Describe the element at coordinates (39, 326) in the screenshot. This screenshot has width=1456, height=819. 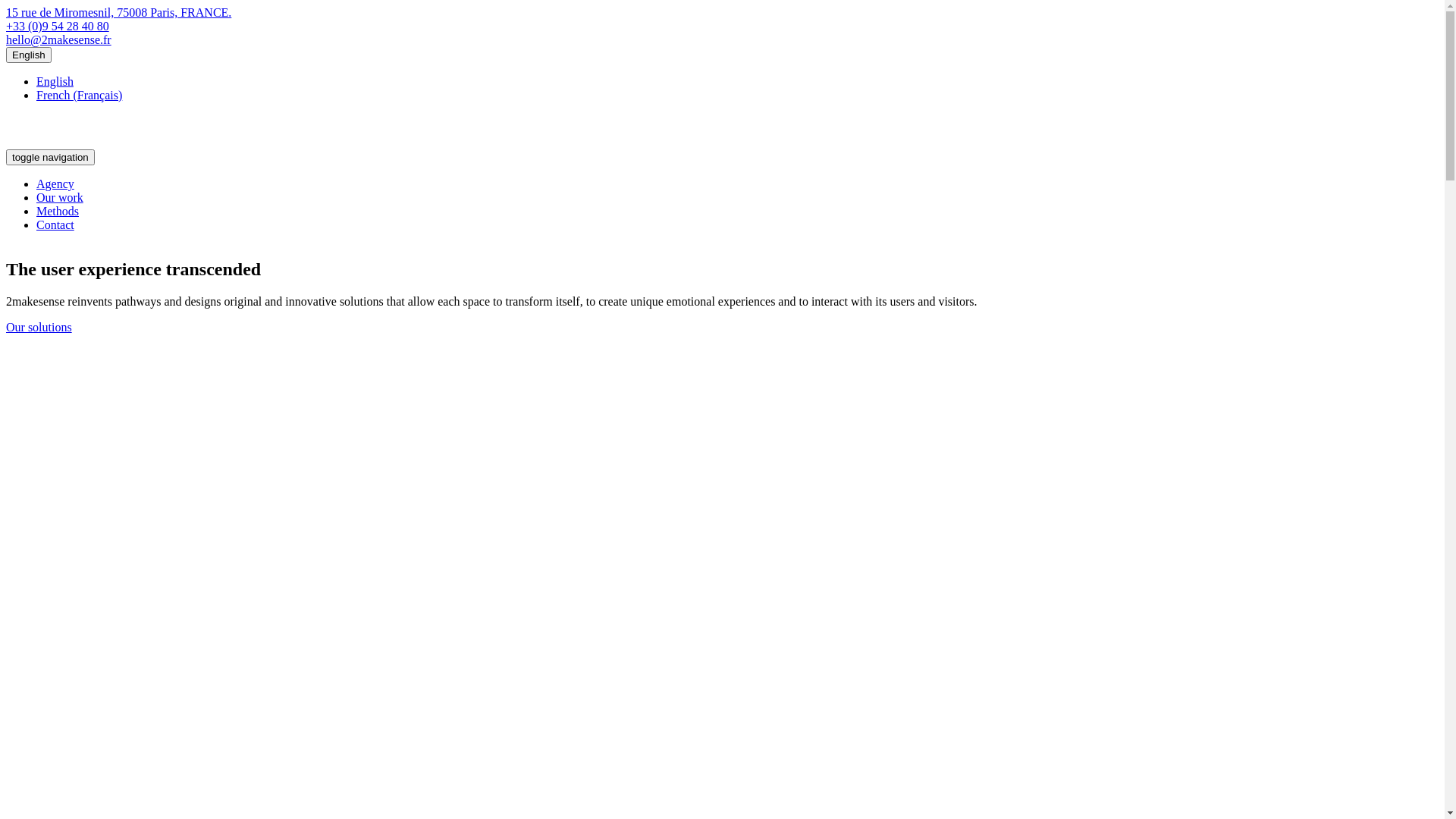
I see `'Our solutions'` at that location.